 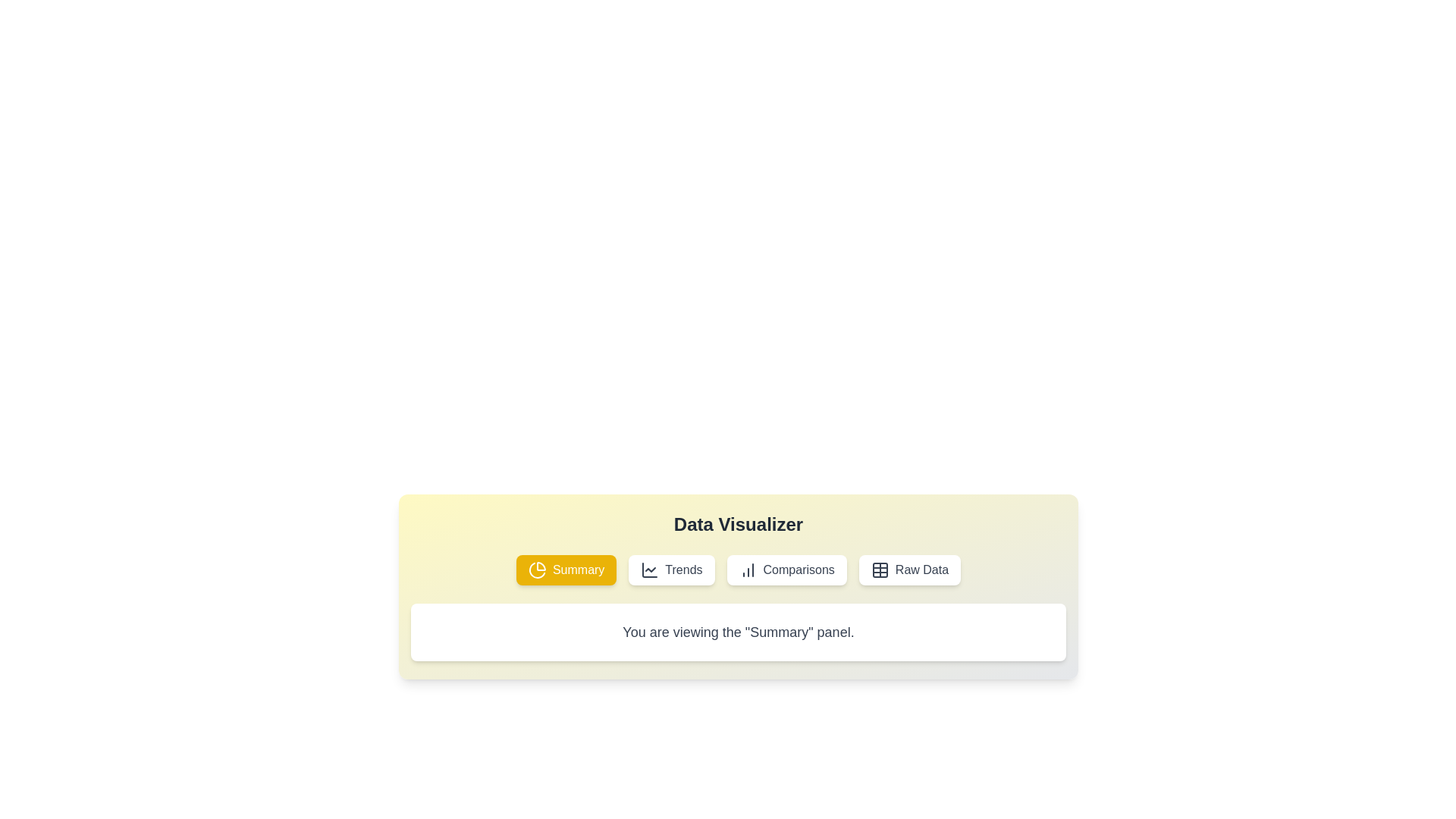 I want to click on the central text element styled with a larger font size and medium weight, positioned in a white rounded box near the bottom center of the interface, so click(x=739, y=632).